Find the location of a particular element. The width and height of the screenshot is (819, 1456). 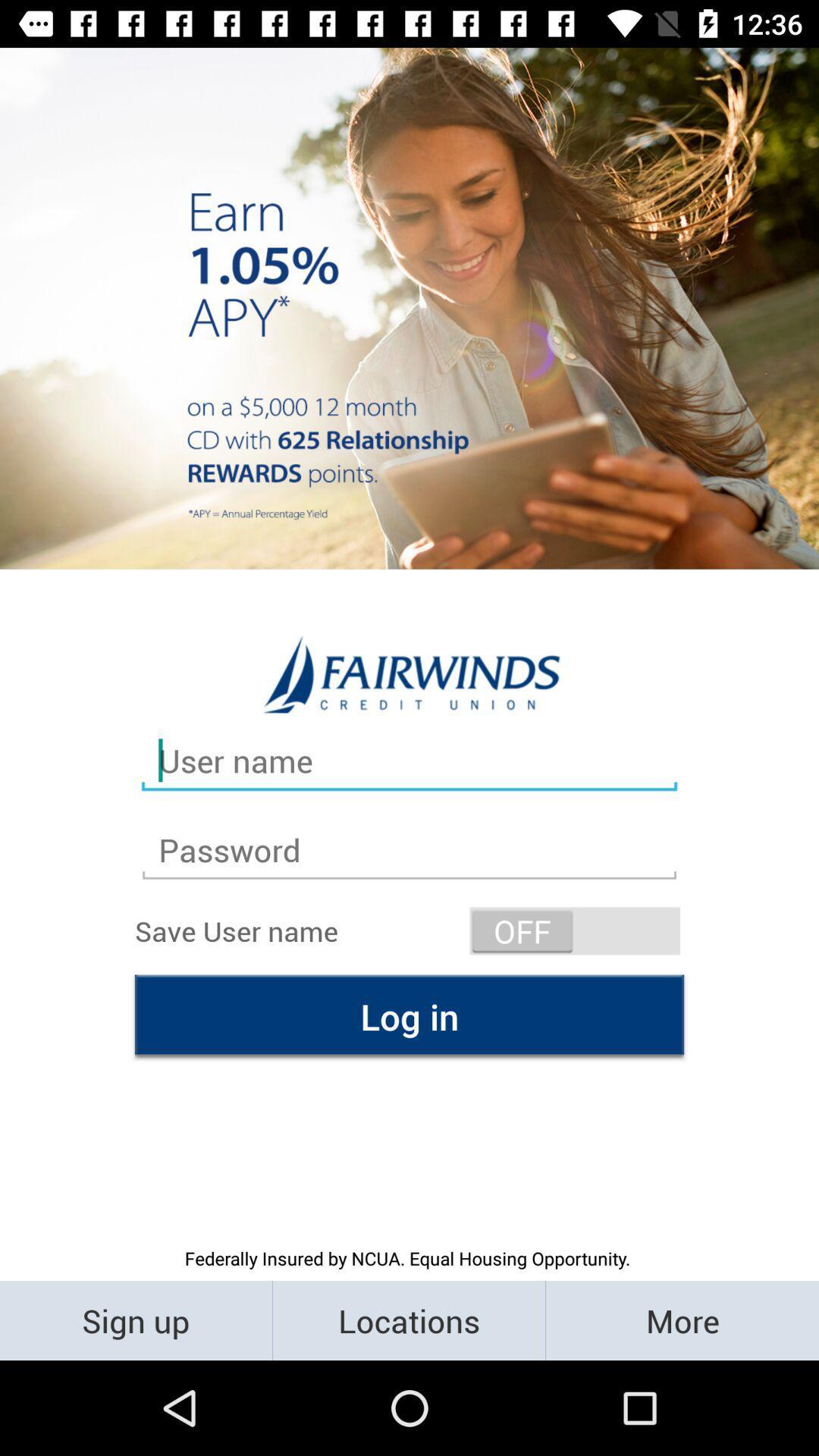

the item below the federally insured by icon is located at coordinates (408, 1319).